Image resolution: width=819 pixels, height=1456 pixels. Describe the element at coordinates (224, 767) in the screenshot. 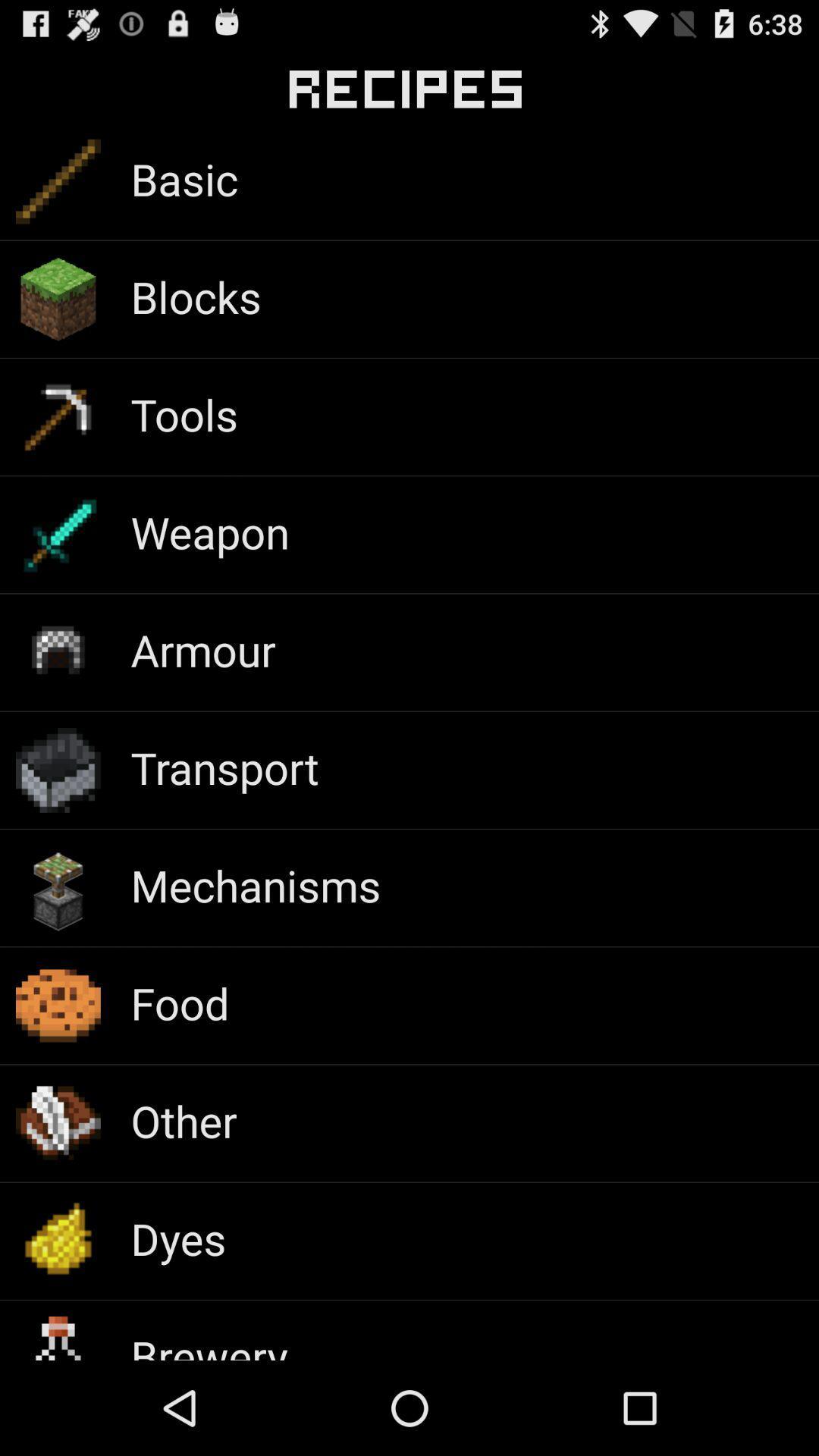

I see `app below the armour item` at that location.